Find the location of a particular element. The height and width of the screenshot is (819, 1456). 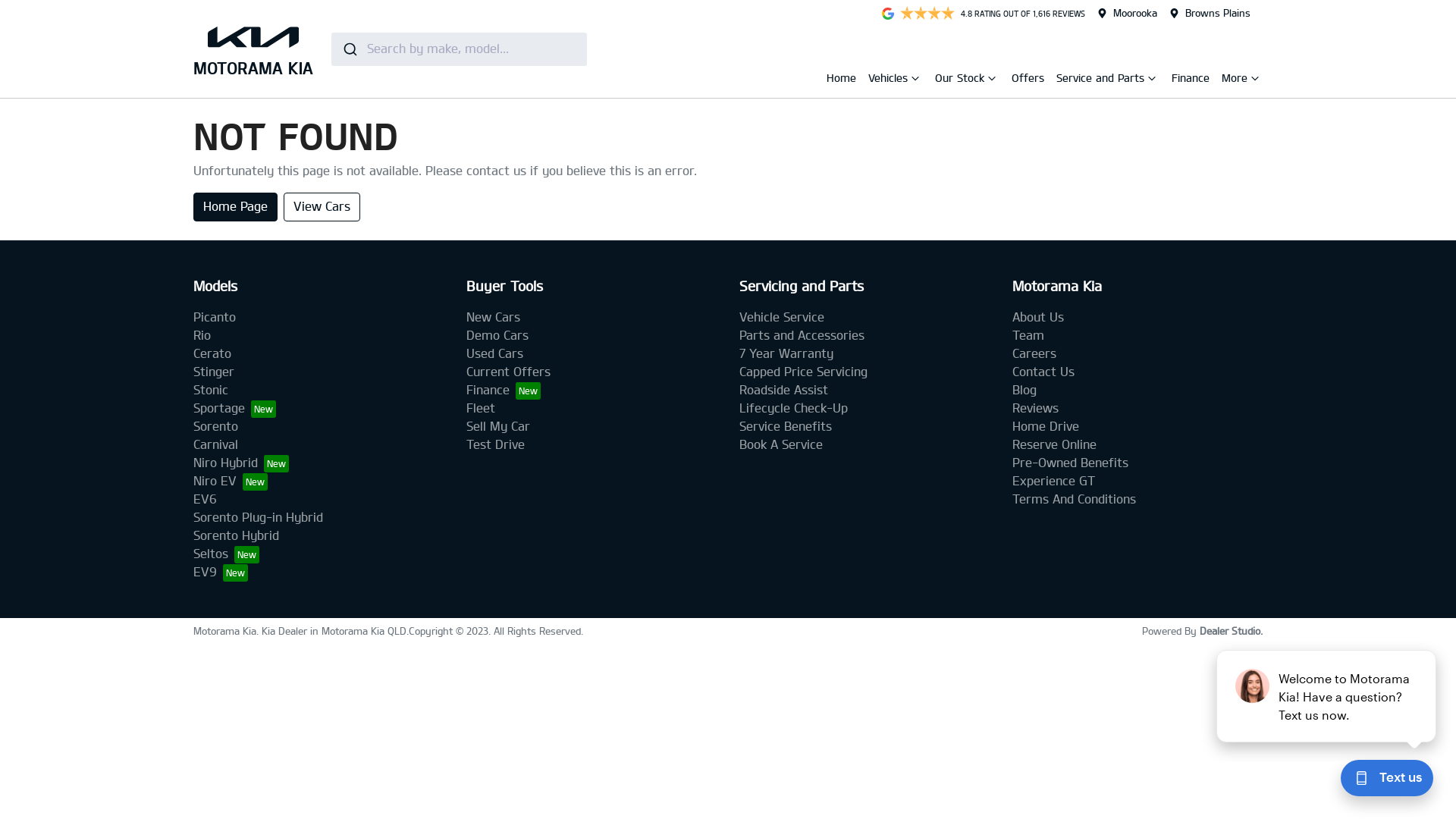

'EV9' is located at coordinates (220, 572).